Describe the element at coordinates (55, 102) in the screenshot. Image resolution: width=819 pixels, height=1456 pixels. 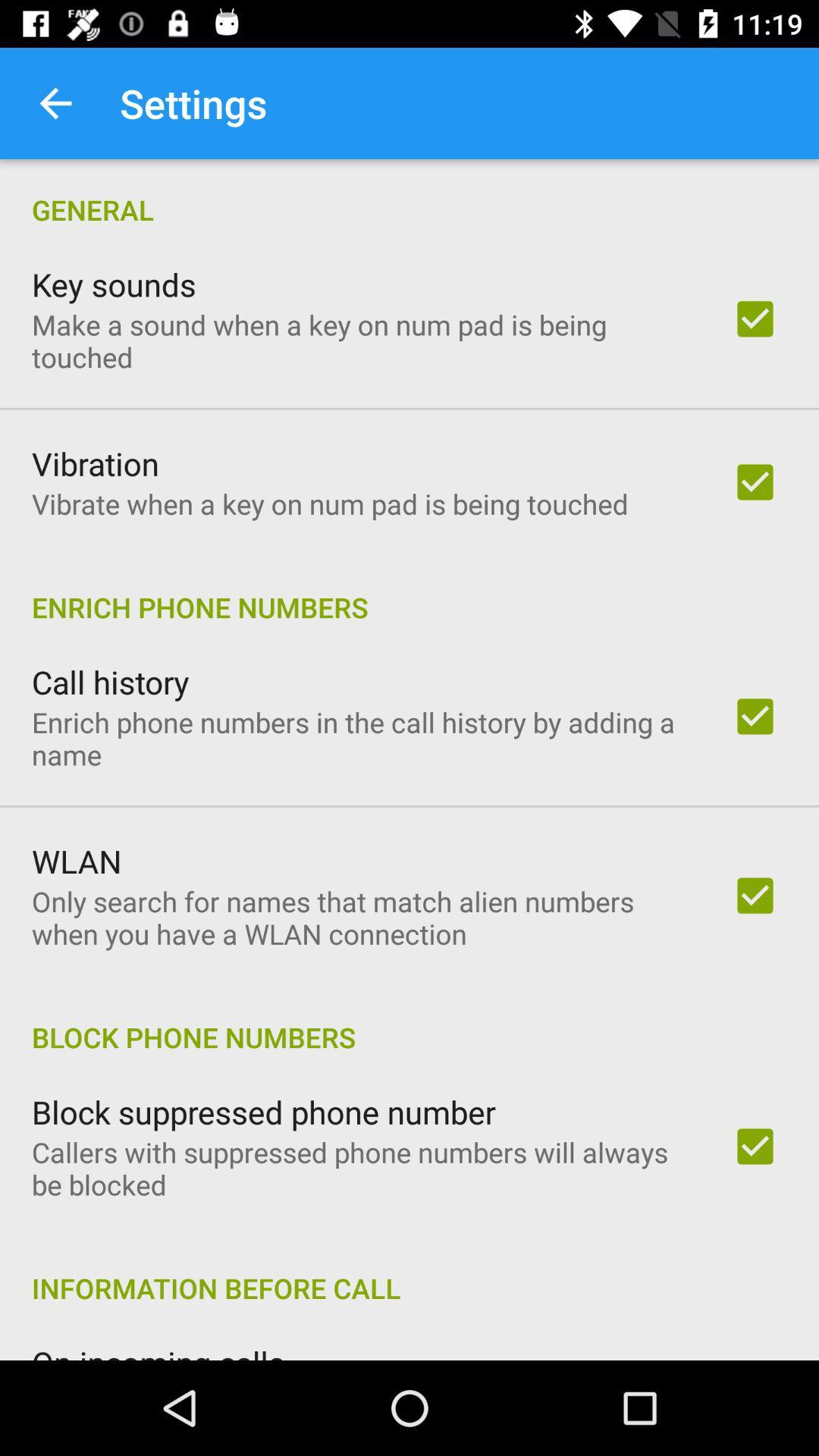
I see `item above the general icon` at that location.